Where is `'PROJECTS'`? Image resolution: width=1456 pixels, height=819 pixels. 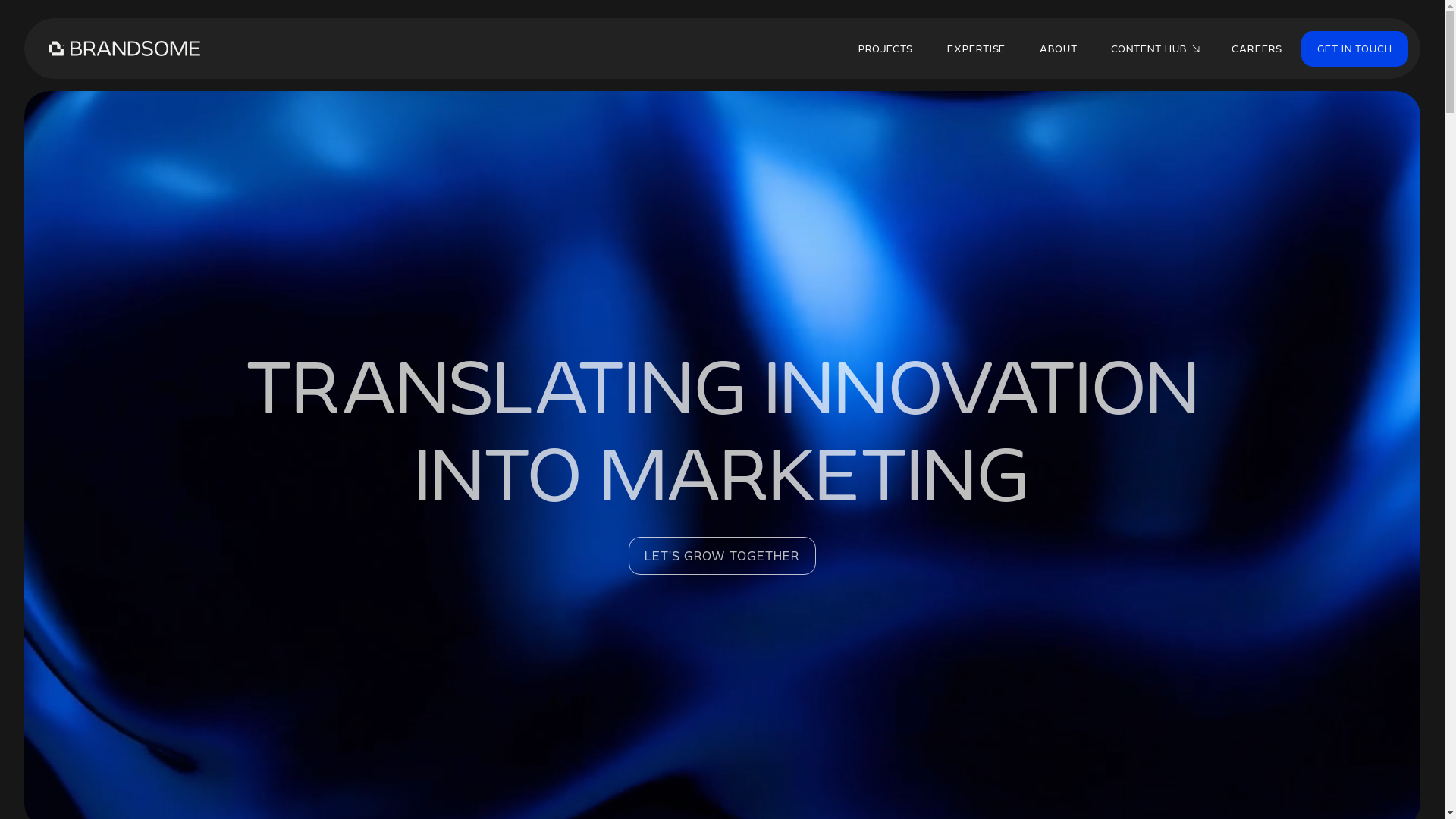 'PROJECTS' is located at coordinates (885, 48).